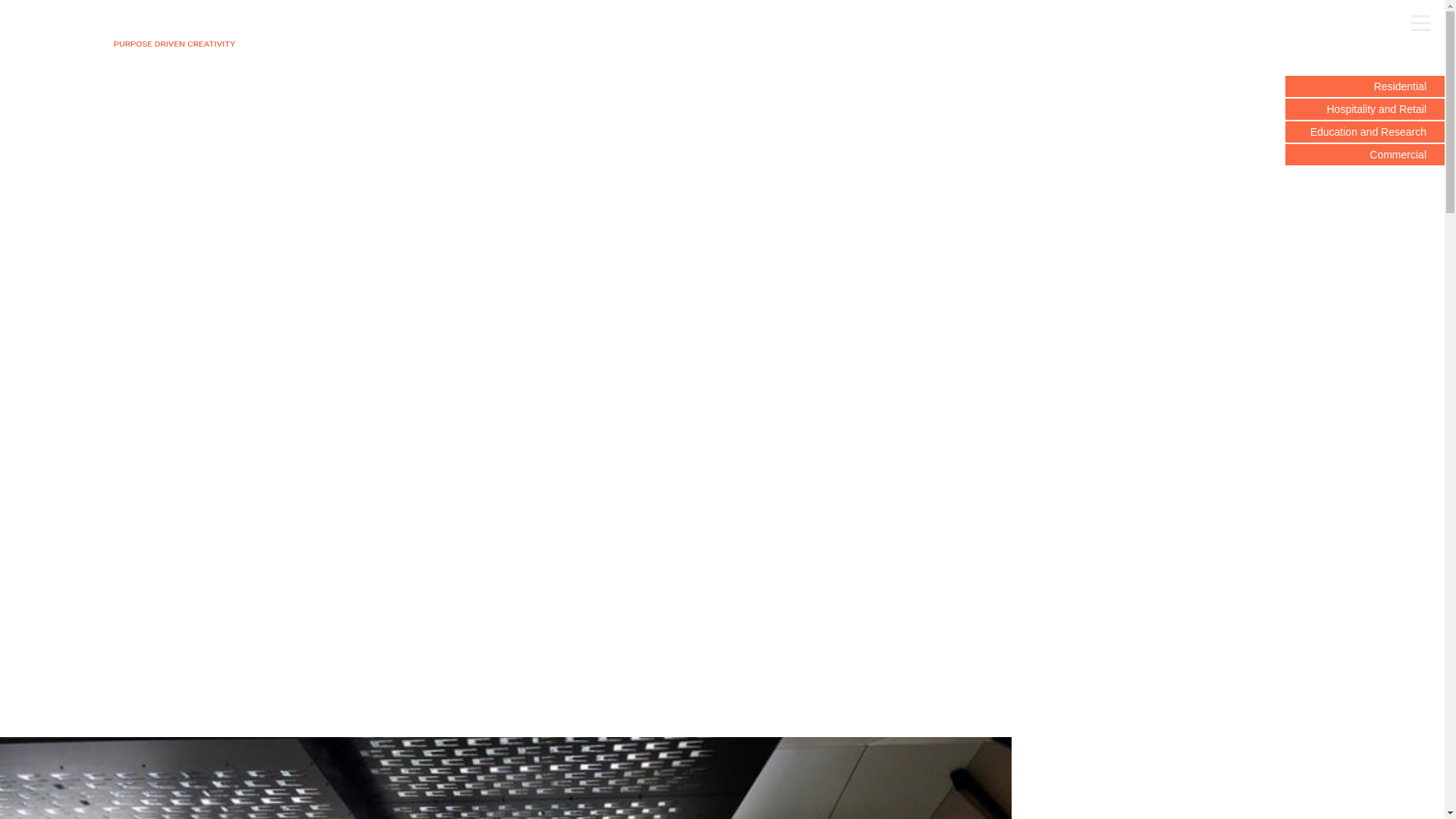  Describe the element at coordinates (1365, 86) in the screenshot. I see `'Residential'` at that location.